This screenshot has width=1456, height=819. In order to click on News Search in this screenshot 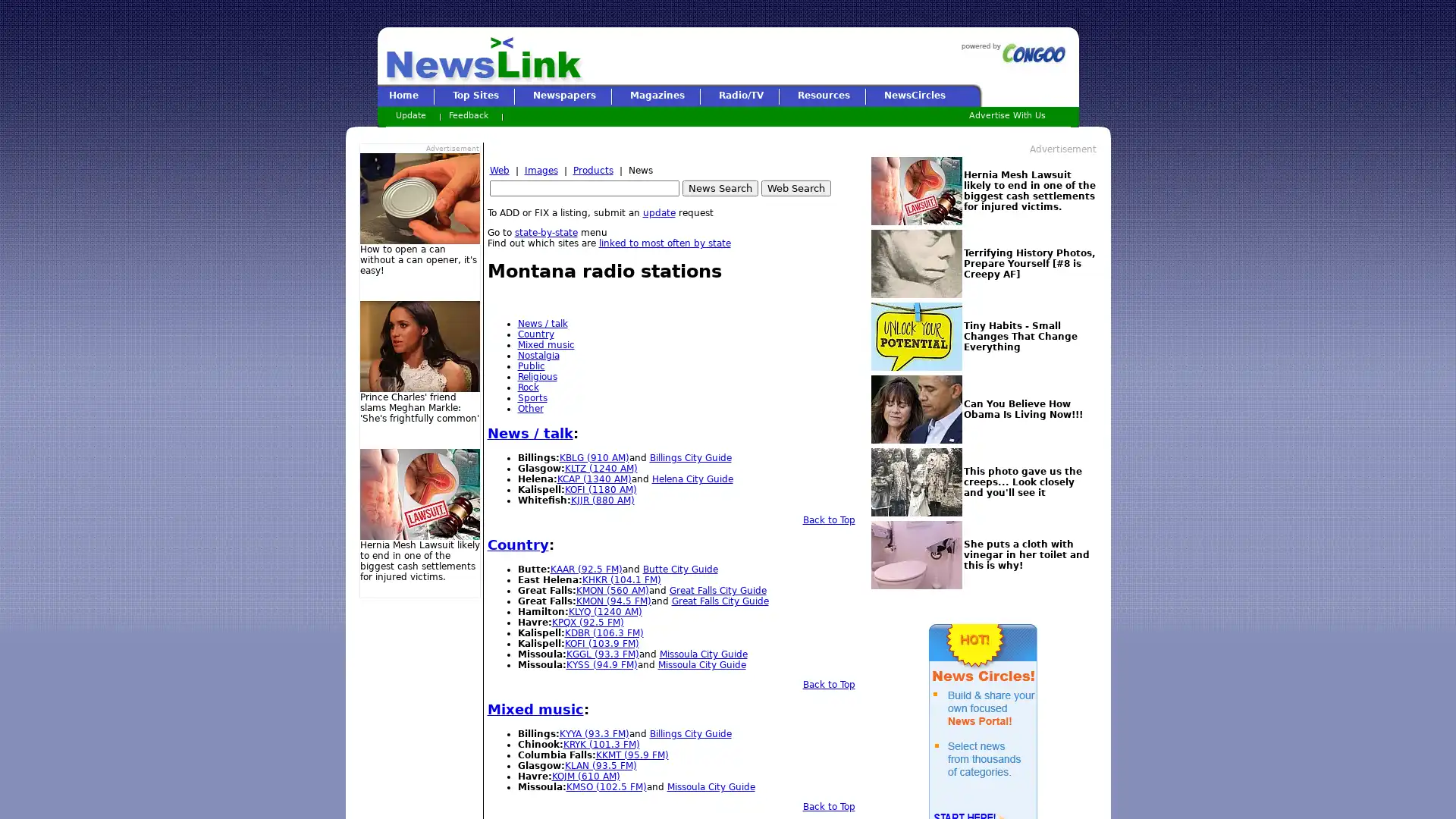, I will do `click(719, 187)`.